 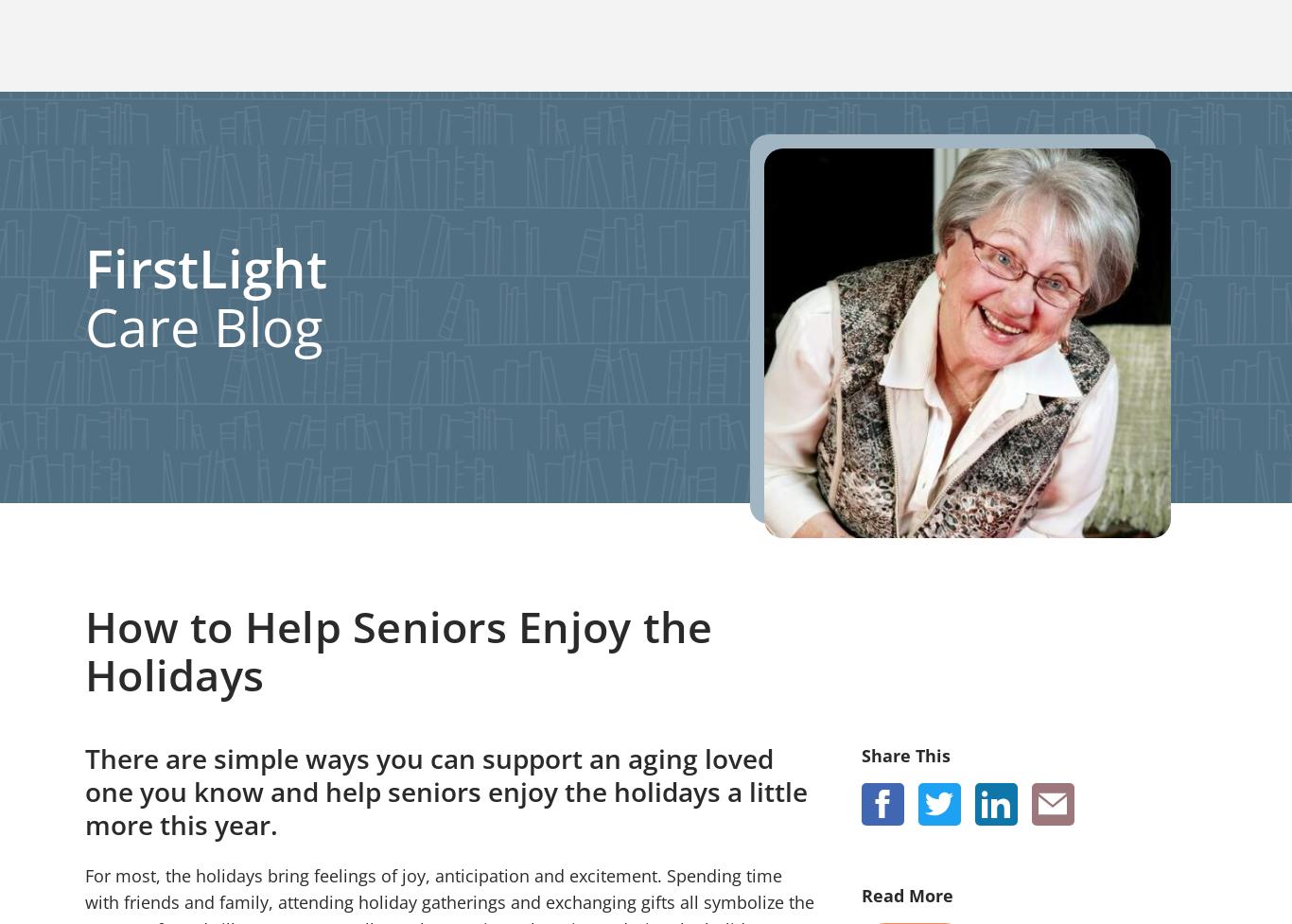 What do you see at coordinates (958, 44) in the screenshot?
I see `'Locations'` at bounding box center [958, 44].